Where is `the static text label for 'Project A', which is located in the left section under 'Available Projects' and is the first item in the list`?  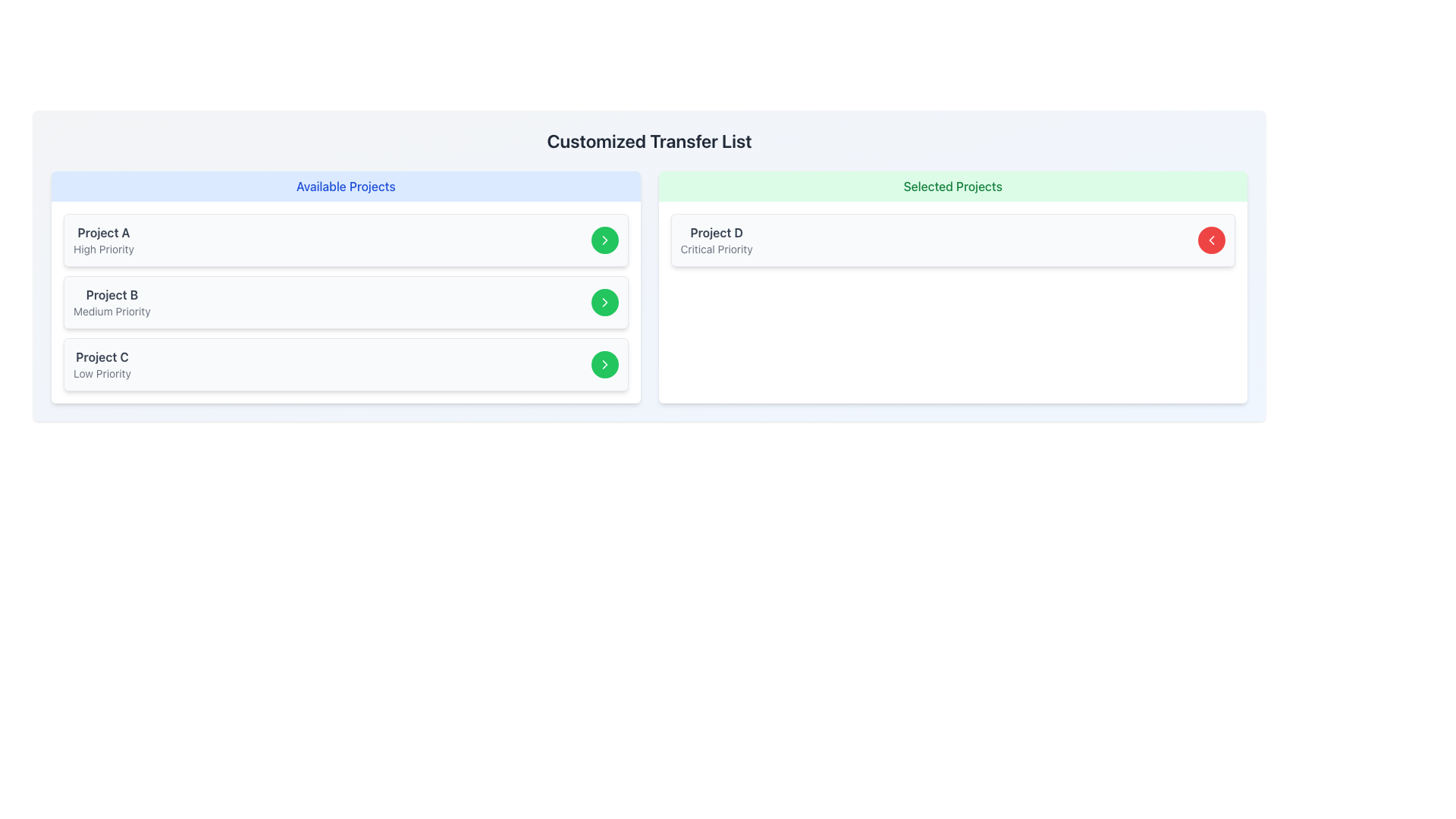 the static text label for 'Project A', which is located in the left section under 'Available Projects' and is the first item in the list is located at coordinates (103, 233).